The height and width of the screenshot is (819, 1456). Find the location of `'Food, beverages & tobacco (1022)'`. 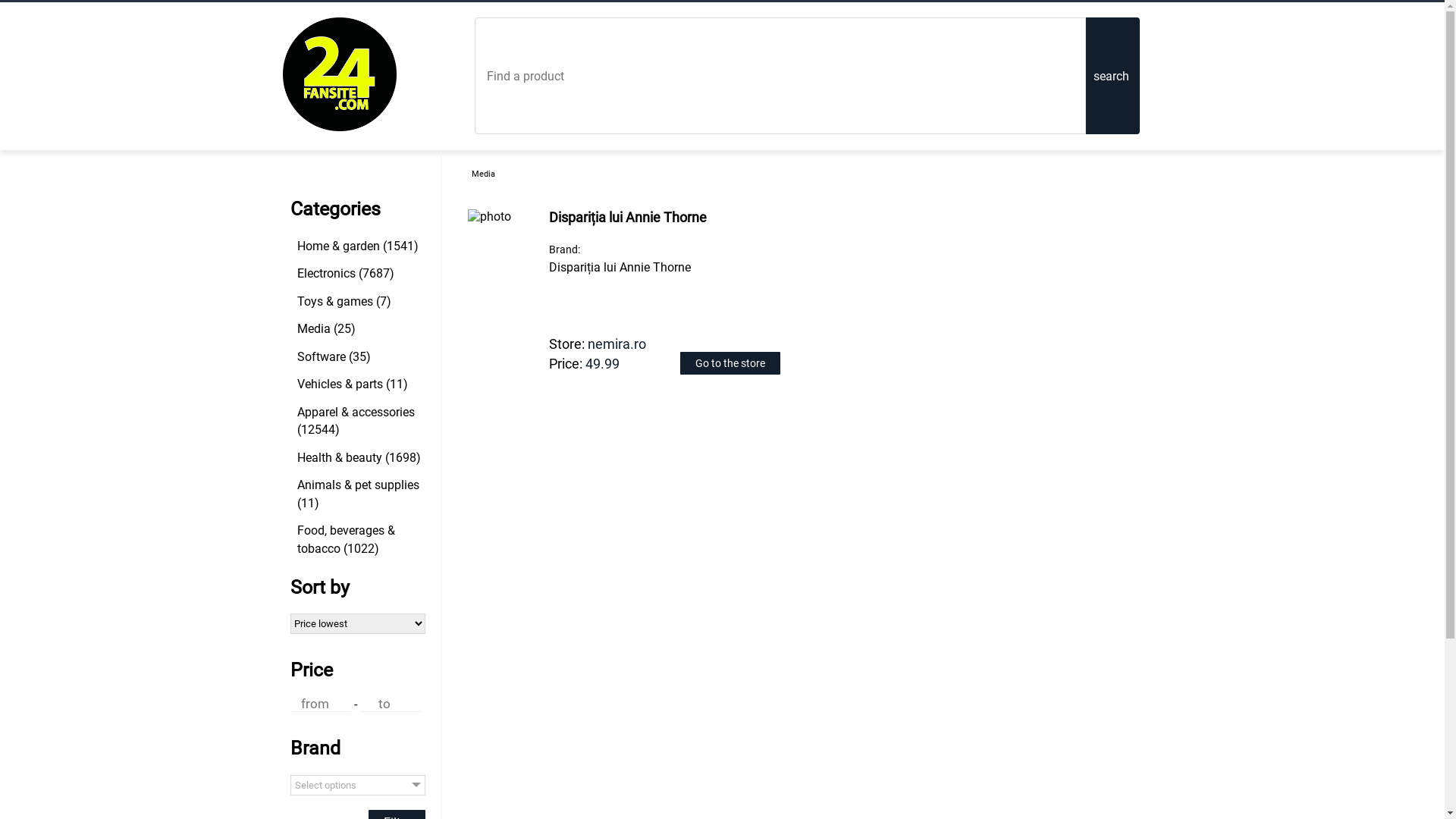

'Food, beverages & tobacco (1022)' is located at coordinates (359, 538).